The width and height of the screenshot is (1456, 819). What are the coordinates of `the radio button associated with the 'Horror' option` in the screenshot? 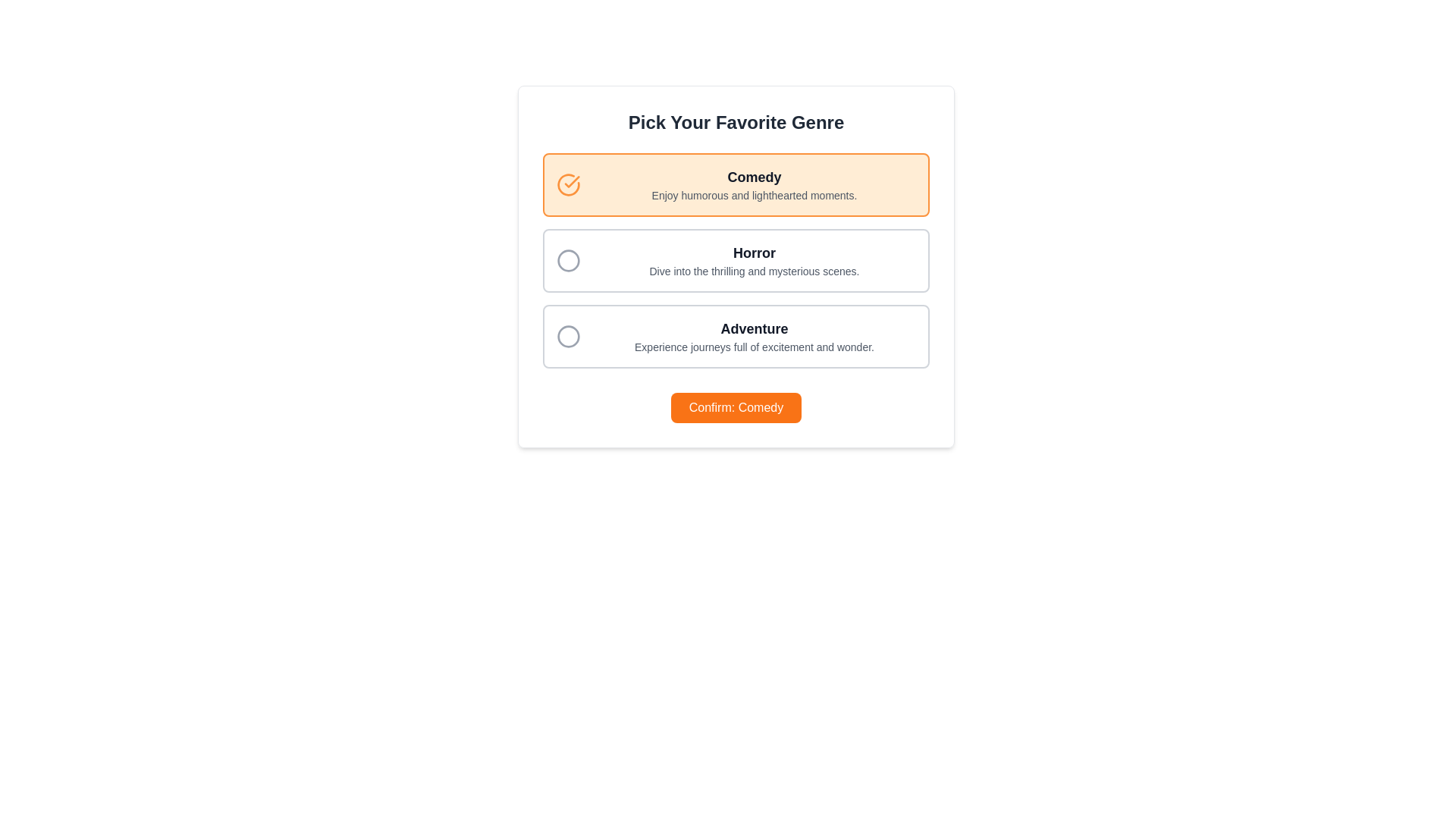 It's located at (574, 259).